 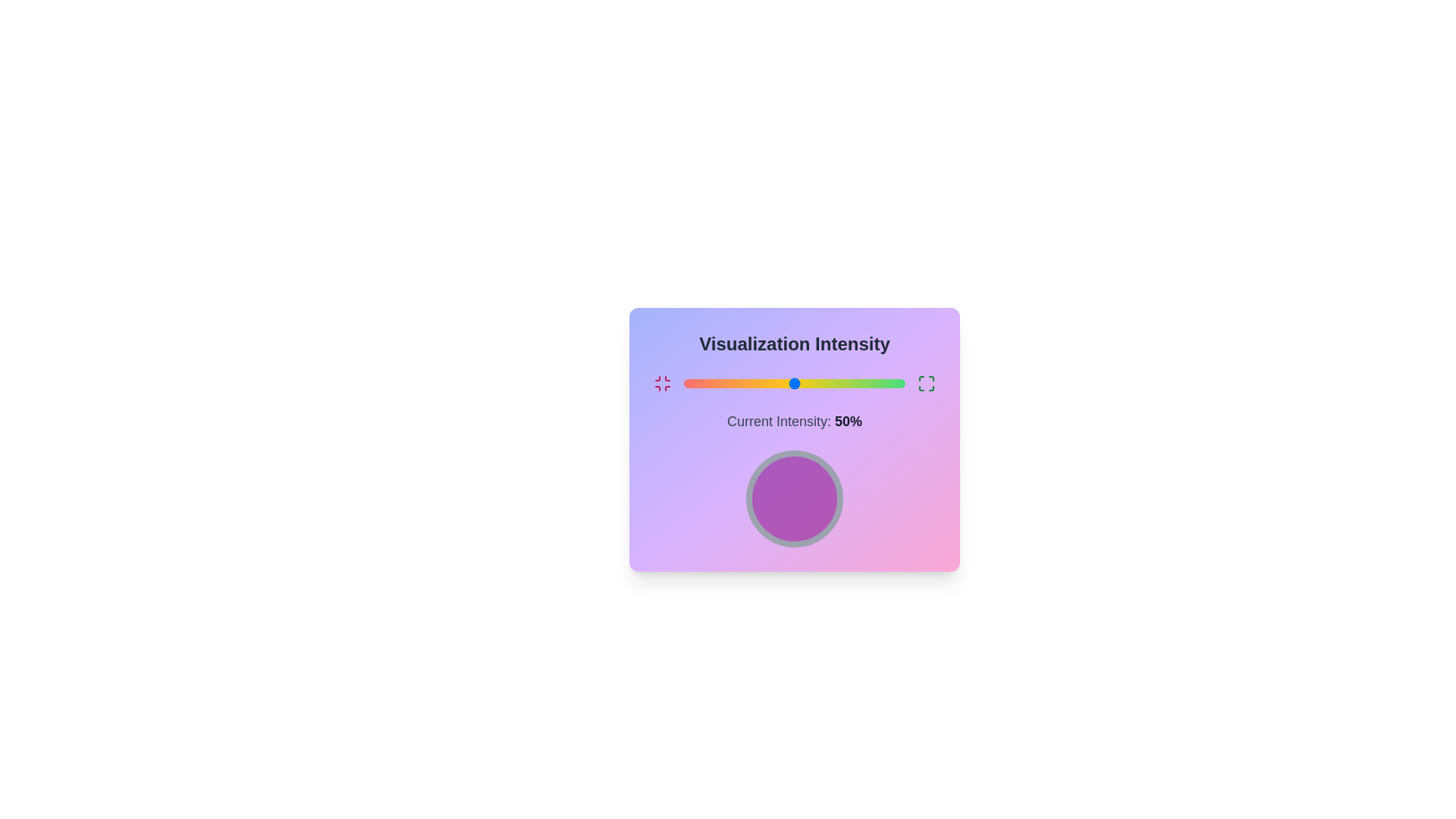 I want to click on the slider to set the intensity to 74%, so click(x=847, y=382).